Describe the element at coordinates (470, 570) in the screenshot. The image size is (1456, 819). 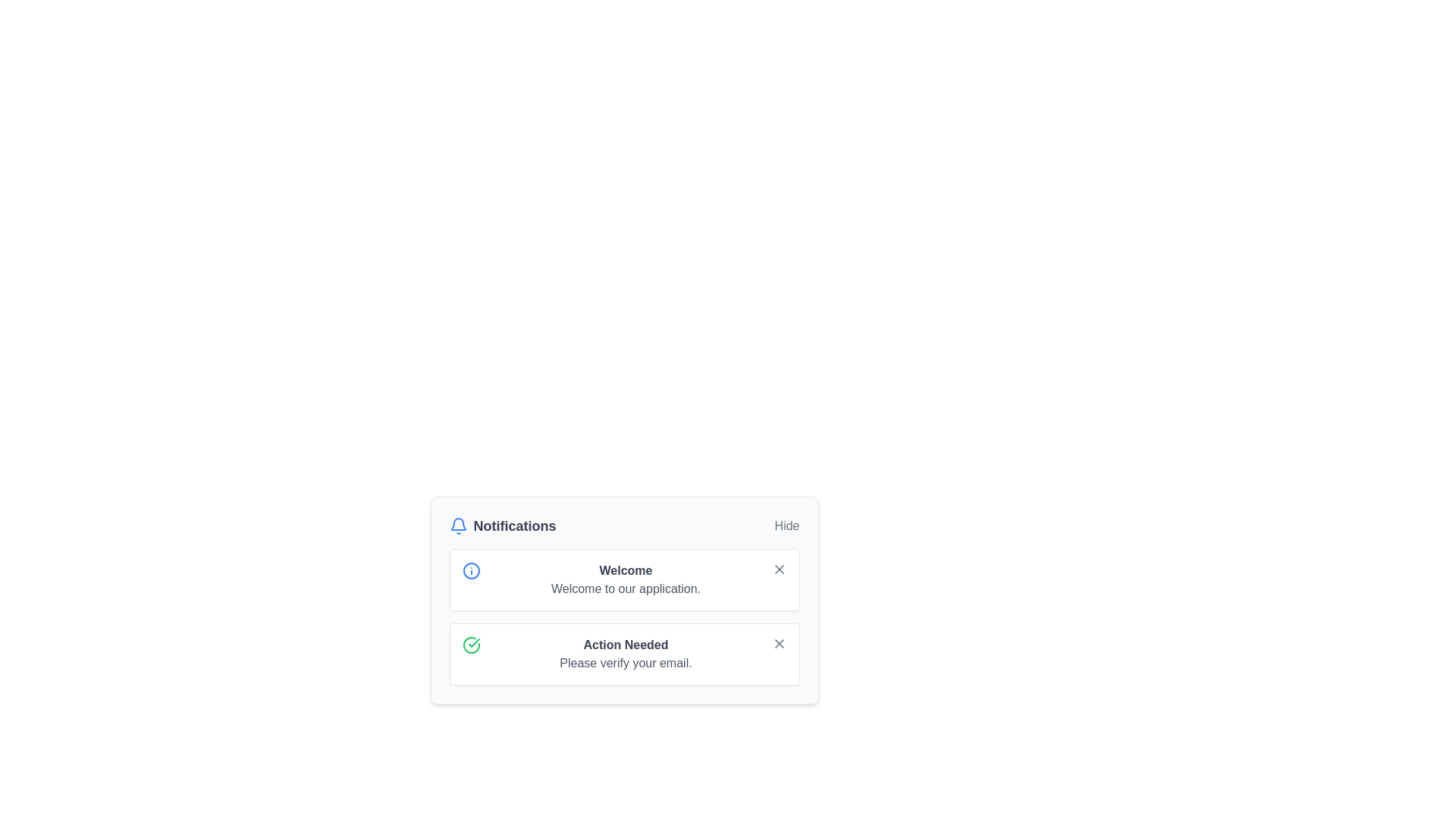
I see `the informational icon associated with the 'Welcome' notification` at that location.